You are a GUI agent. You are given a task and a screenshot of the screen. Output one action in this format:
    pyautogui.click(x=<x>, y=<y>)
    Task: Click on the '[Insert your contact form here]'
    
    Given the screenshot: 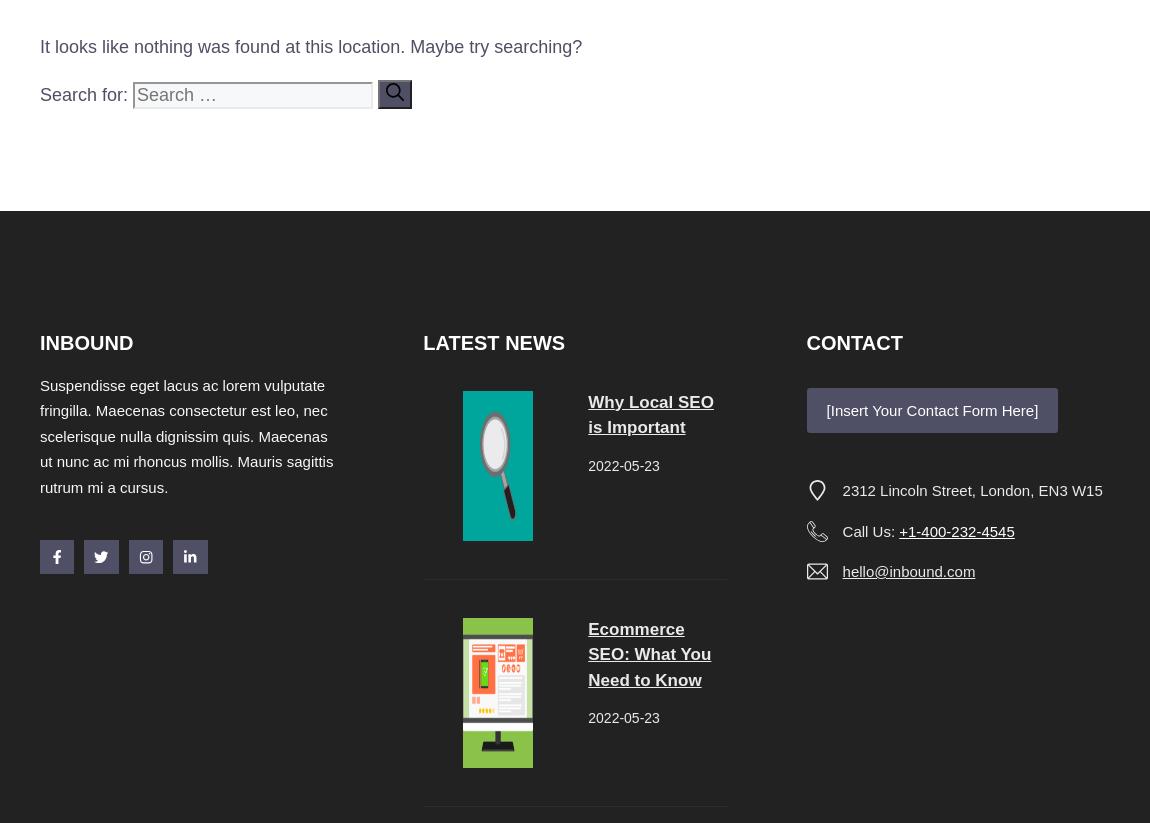 What is the action you would take?
    pyautogui.click(x=931, y=408)
    